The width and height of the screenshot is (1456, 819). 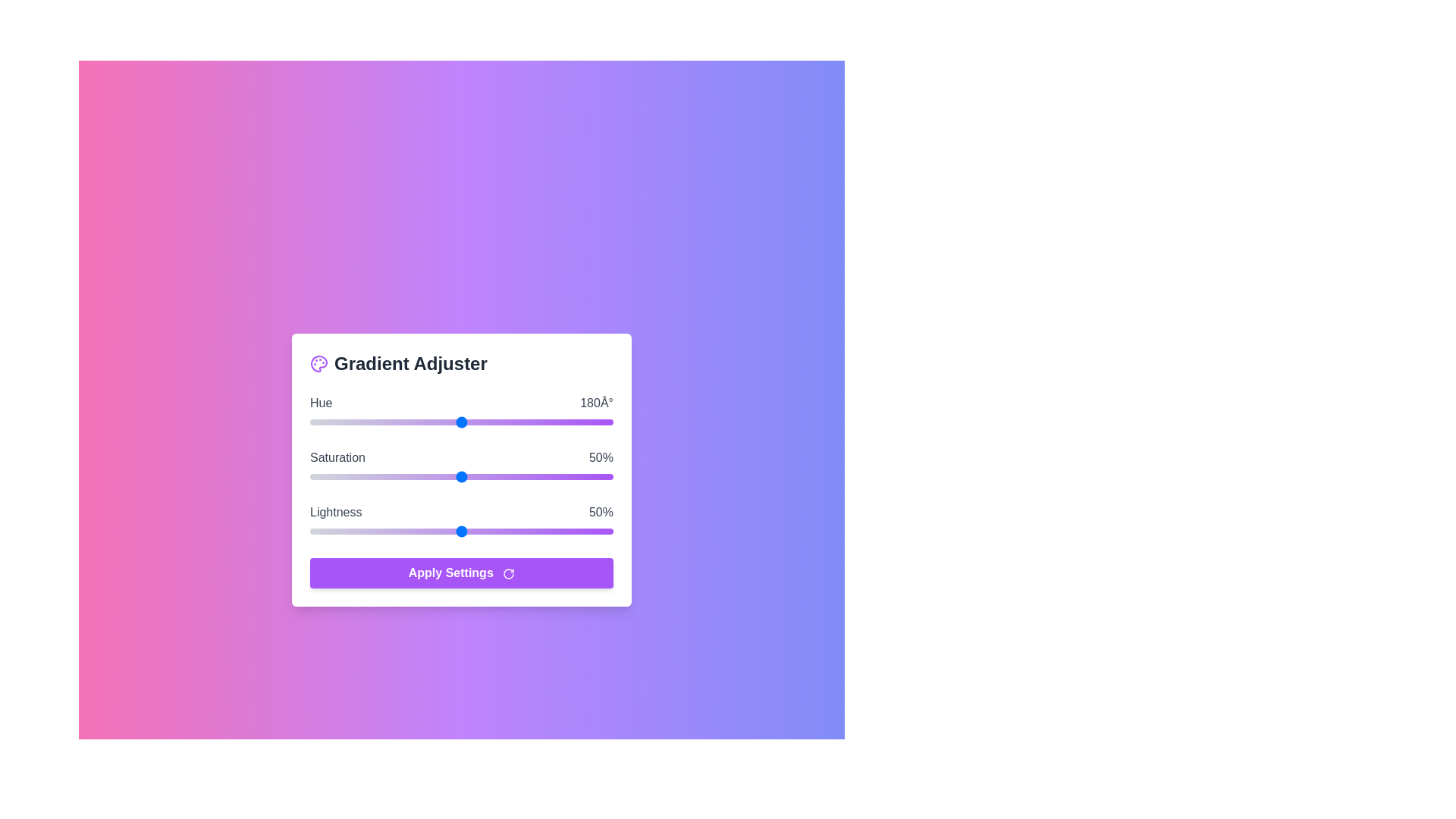 What do you see at coordinates (472, 422) in the screenshot?
I see `the Hue slider to set the value to 194` at bounding box center [472, 422].